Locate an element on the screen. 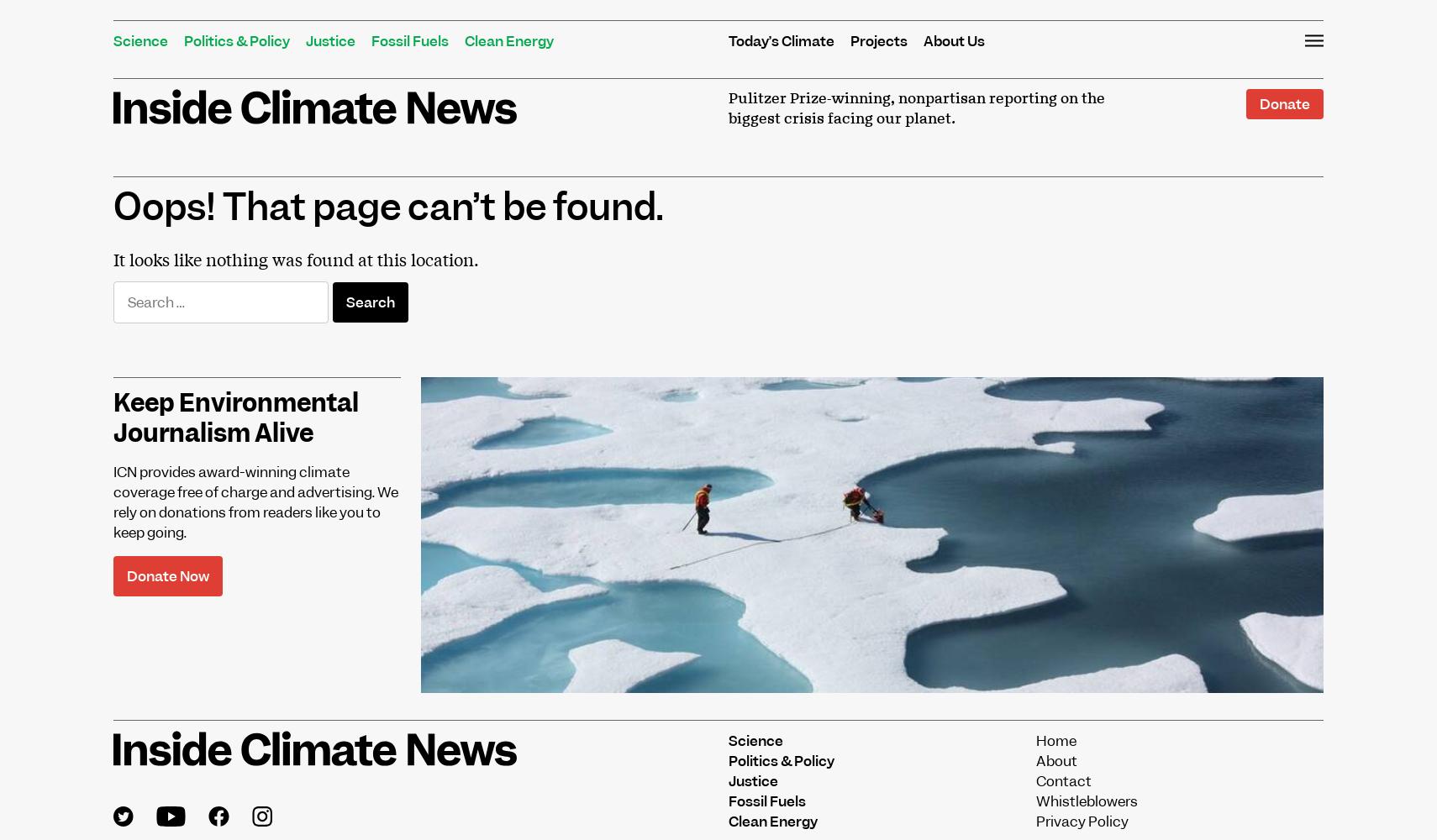 The height and width of the screenshot is (840, 1437). 'About' is located at coordinates (1035, 760).